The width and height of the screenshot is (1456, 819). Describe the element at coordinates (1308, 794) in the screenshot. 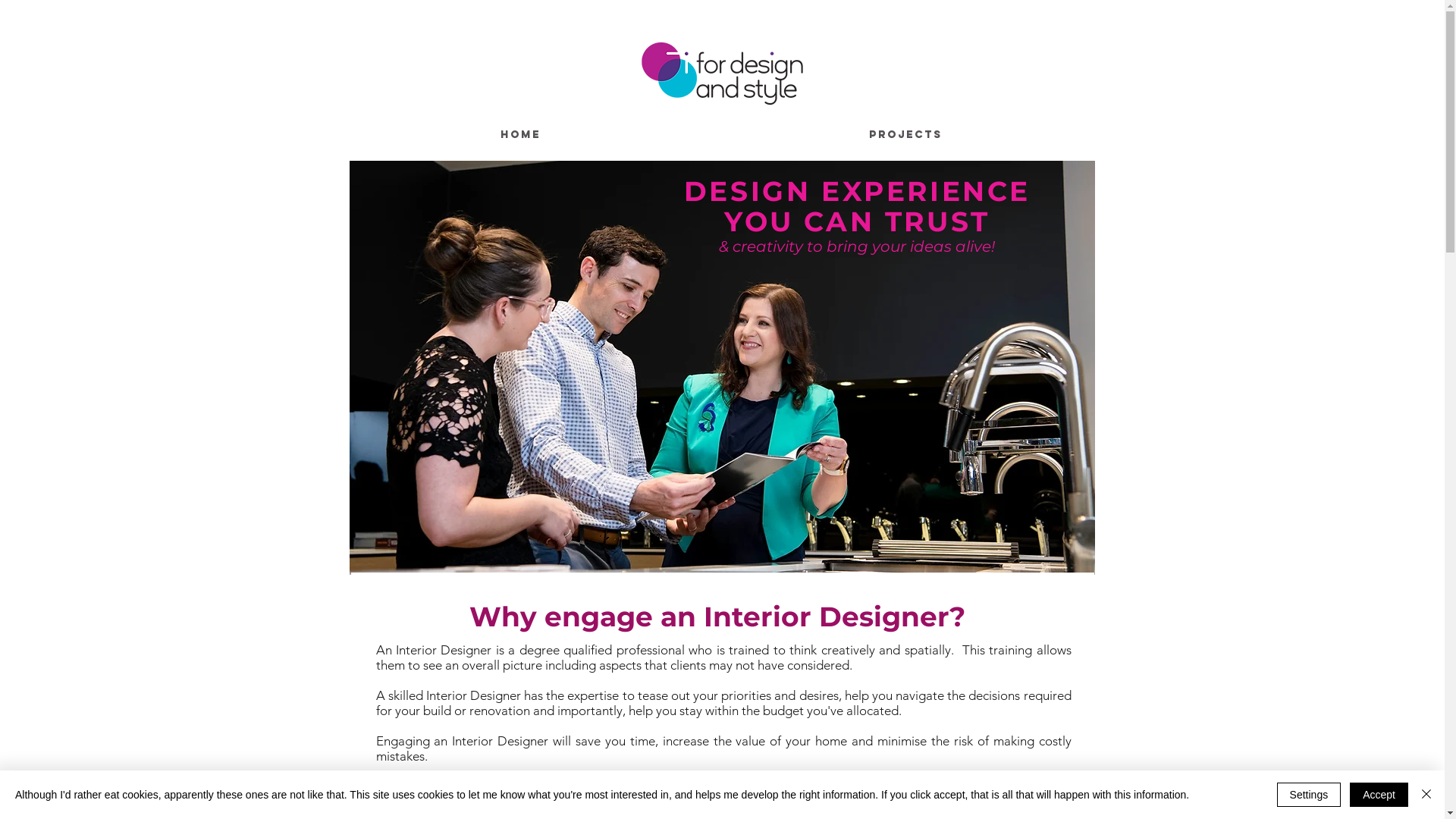

I see `'Settings'` at that location.